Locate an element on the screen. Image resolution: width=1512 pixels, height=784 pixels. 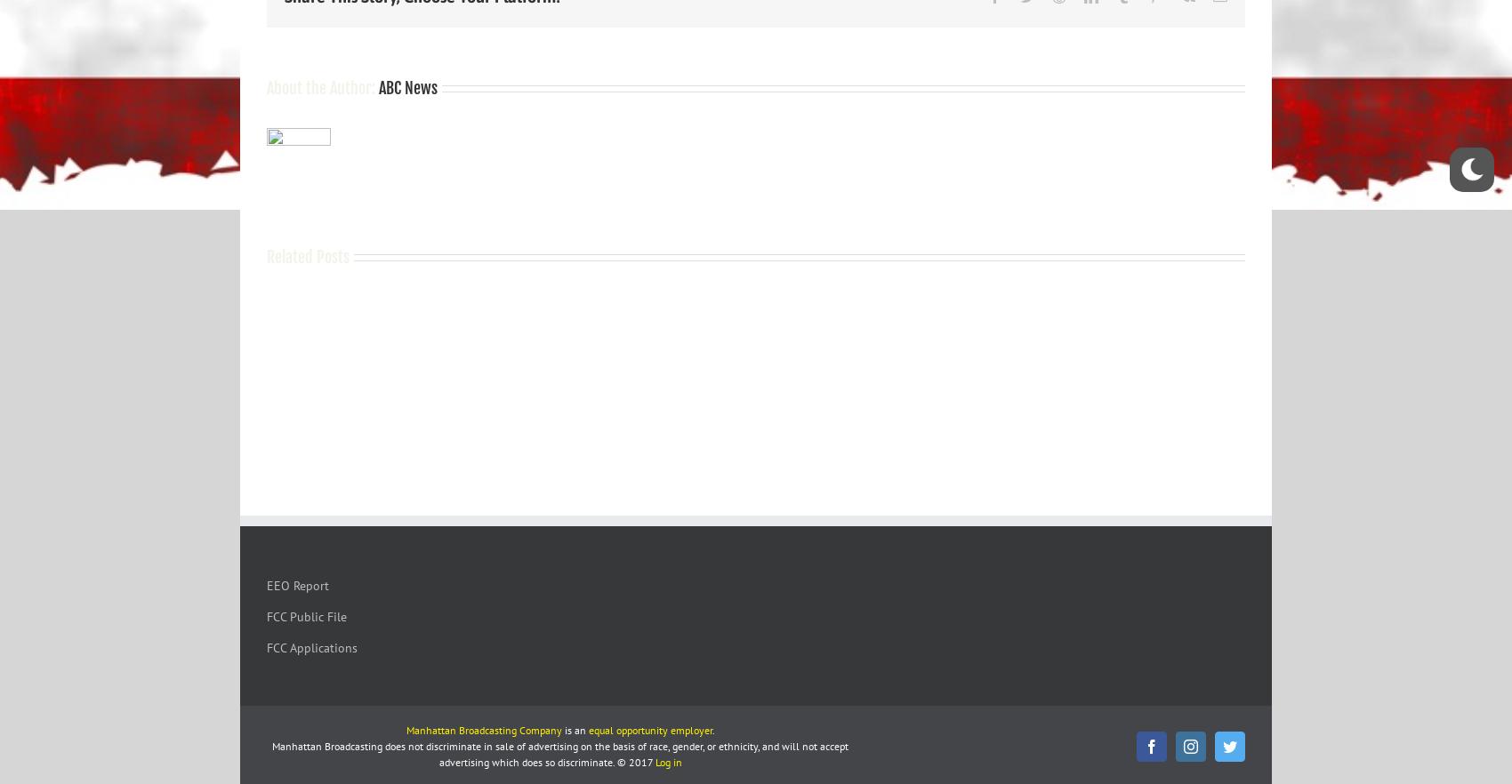
'Manhattan Broadcasting Company' is located at coordinates (405, 729).